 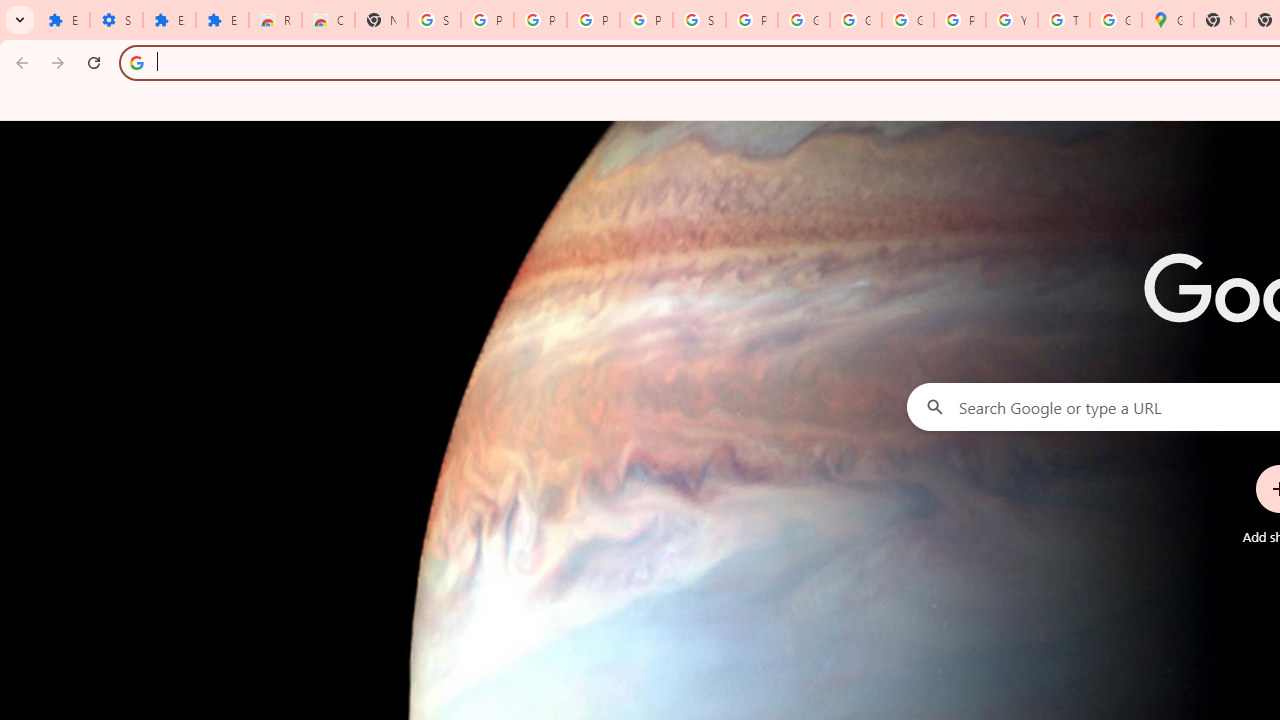 I want to click on 'Sign in - Google Accounts', so click(x=433, y=20).